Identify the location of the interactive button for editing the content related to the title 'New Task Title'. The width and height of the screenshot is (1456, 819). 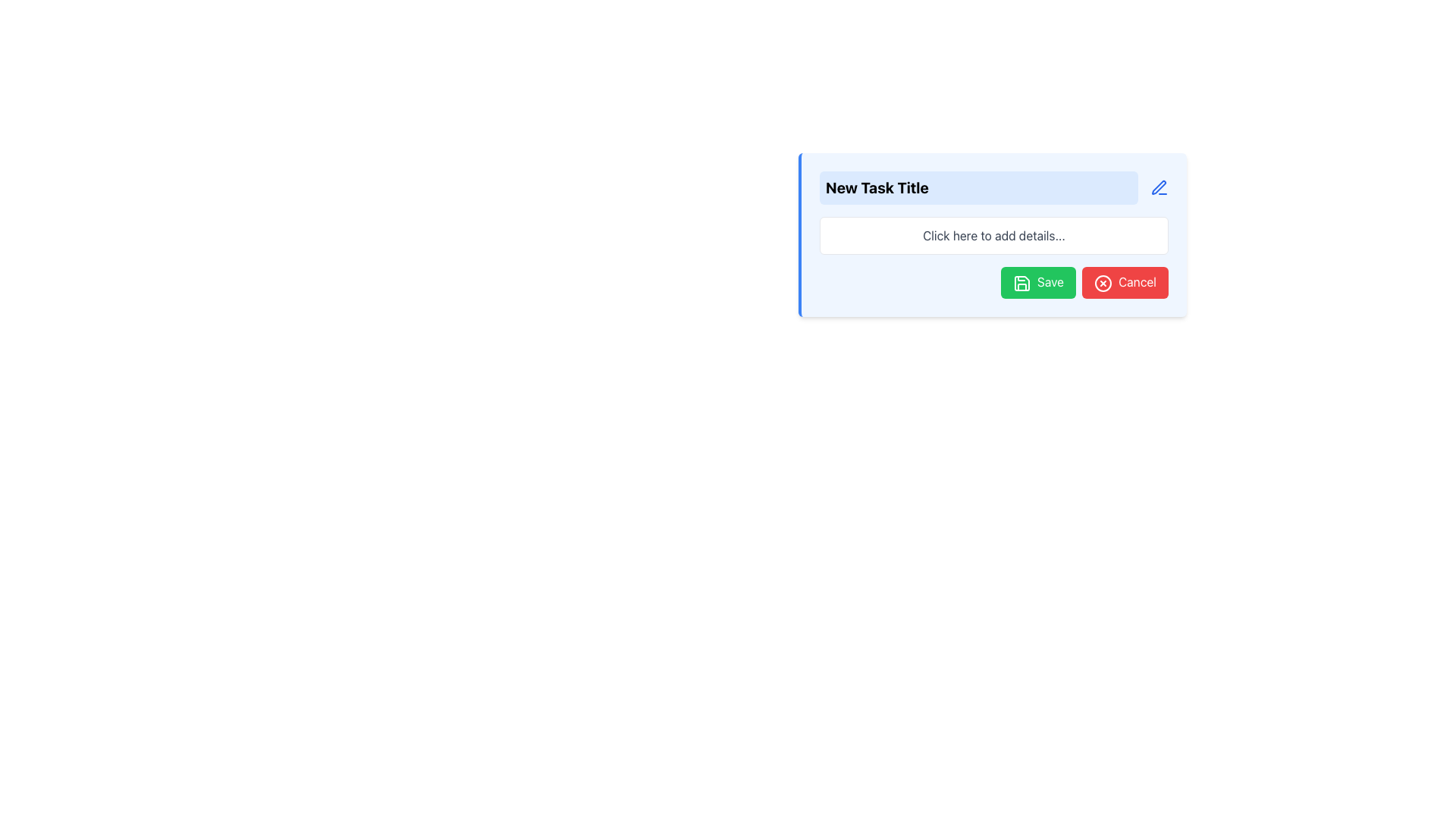
(1159, 187).